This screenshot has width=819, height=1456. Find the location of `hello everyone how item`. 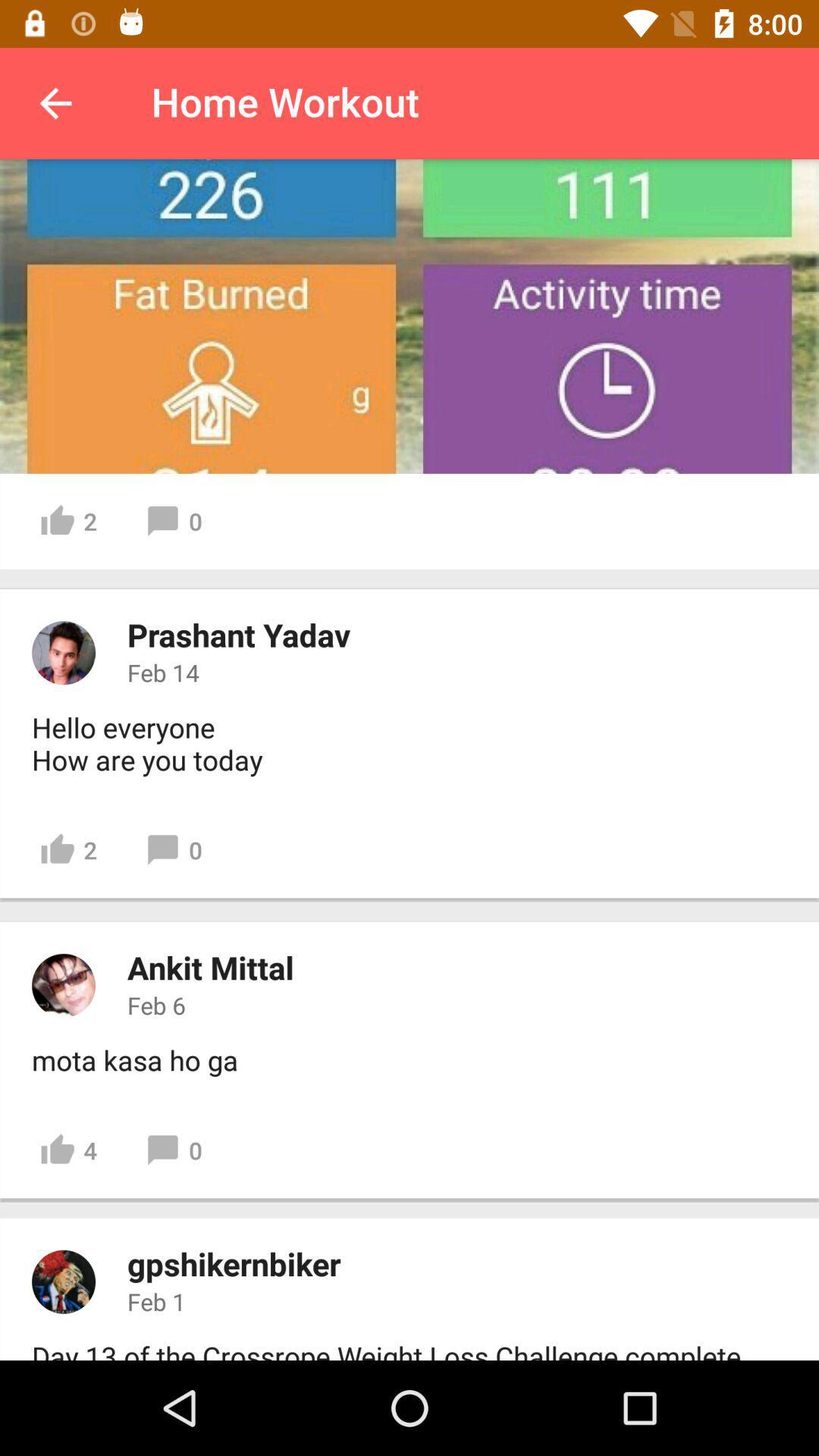

hello everyone how item is located at coordinates (147, 743).